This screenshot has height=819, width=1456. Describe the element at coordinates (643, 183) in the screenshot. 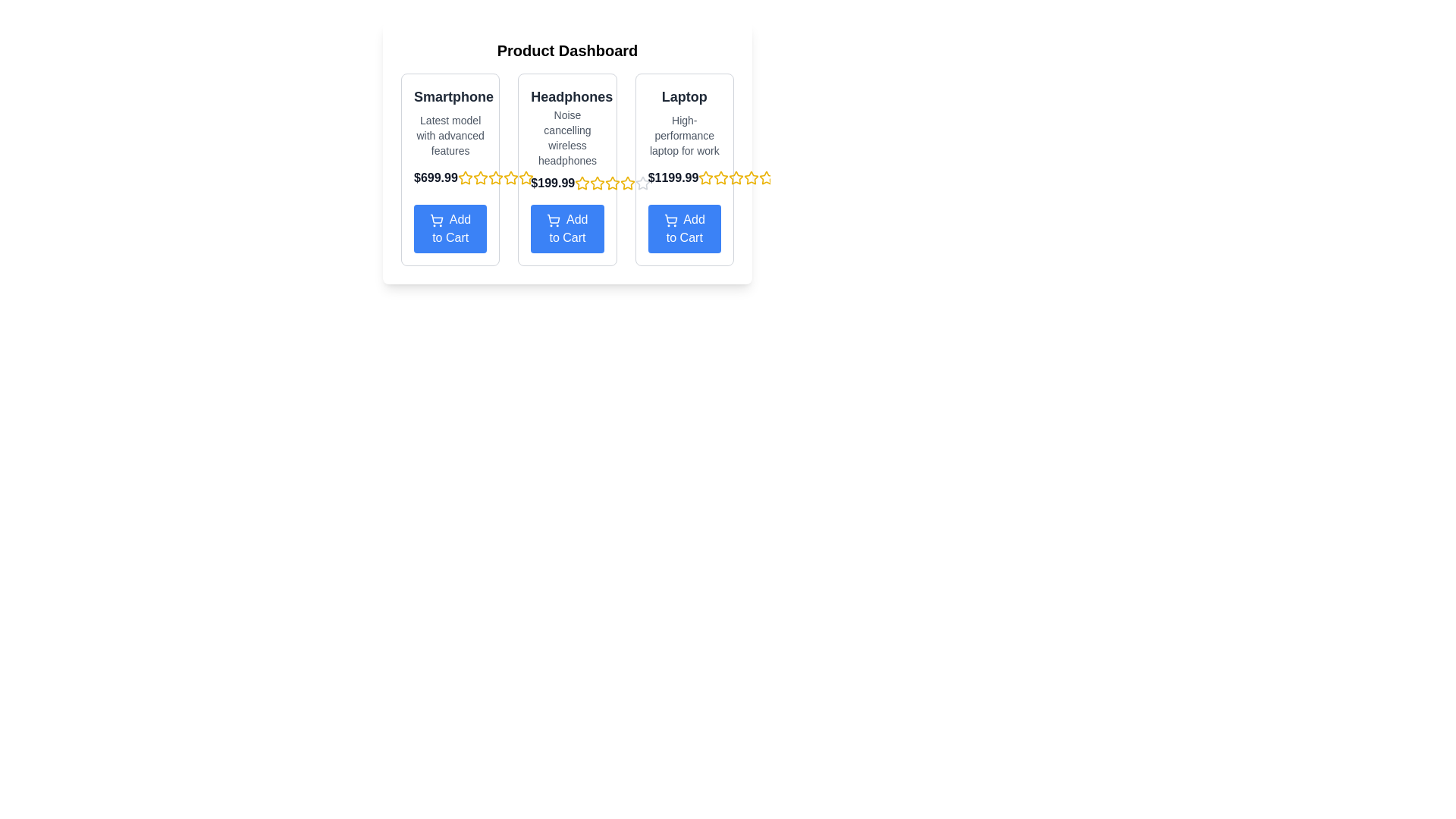

I see `the 10th hollow star icon with a gray outline in the rating bar under the 'Laptop' product card` at that location.